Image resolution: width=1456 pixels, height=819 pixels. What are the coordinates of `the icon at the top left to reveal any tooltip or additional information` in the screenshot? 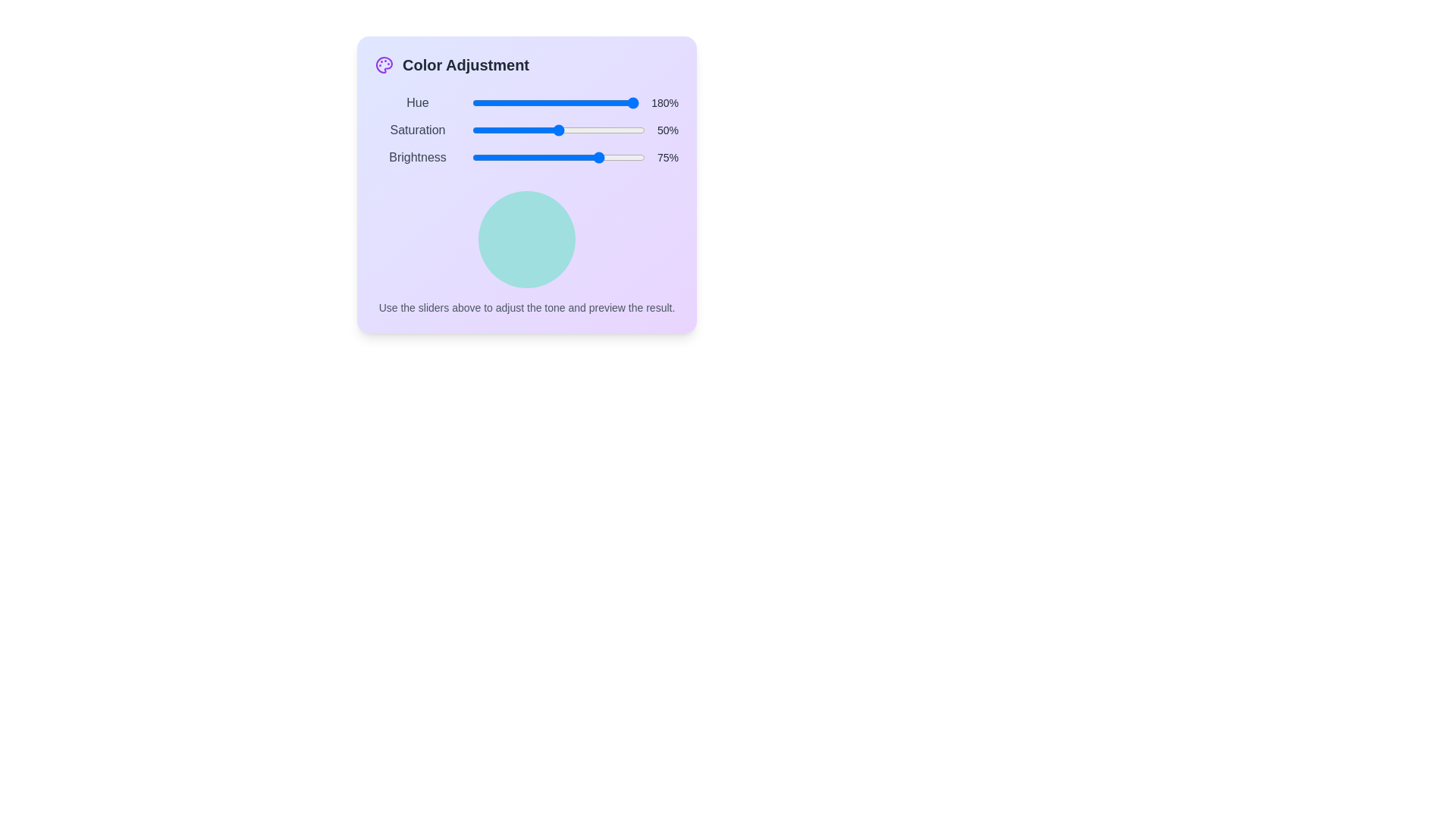 It's located at (384, 64).